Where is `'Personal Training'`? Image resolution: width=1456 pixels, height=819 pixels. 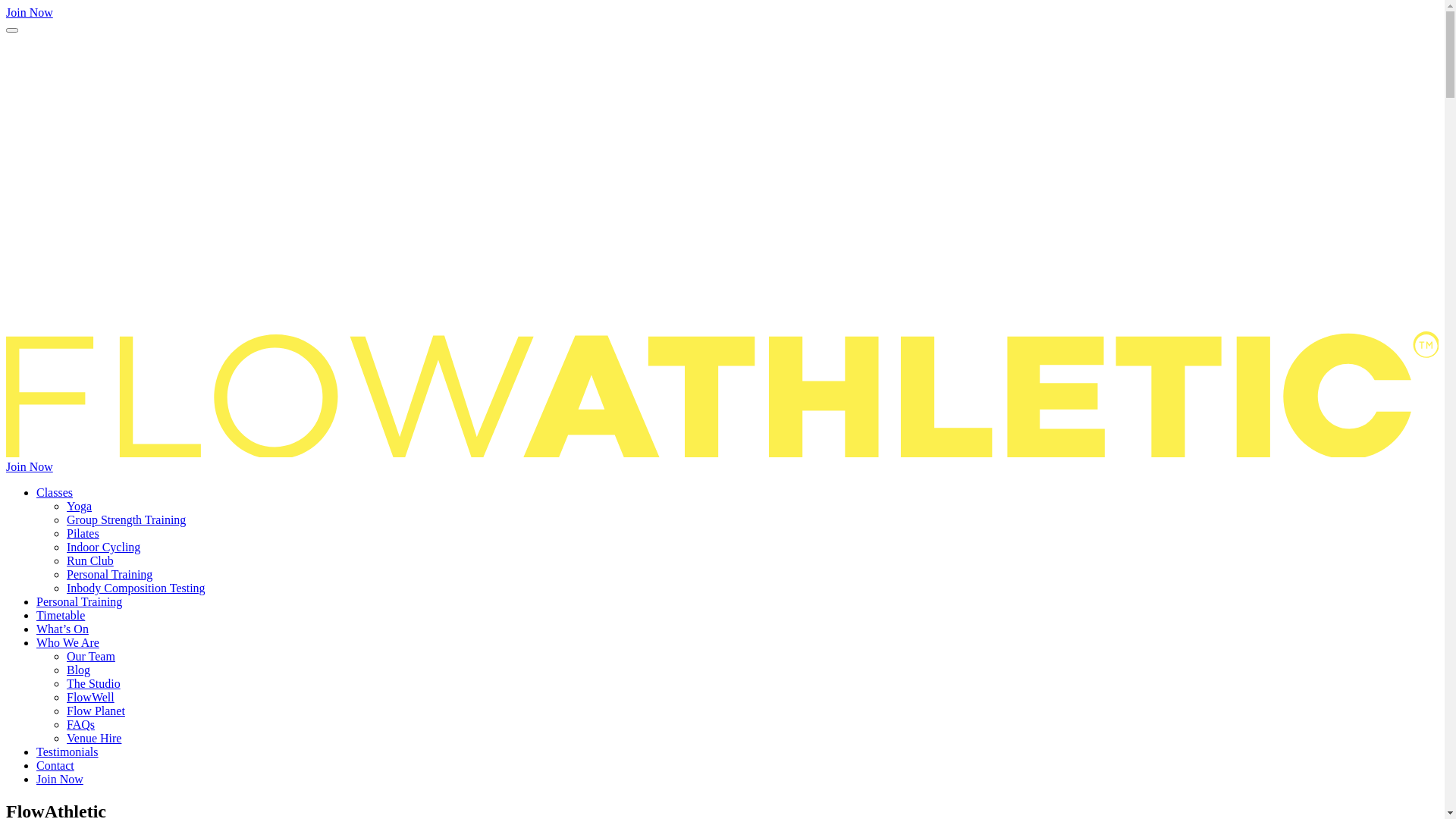
'Personal Training' is located at coordinates (78, 601).